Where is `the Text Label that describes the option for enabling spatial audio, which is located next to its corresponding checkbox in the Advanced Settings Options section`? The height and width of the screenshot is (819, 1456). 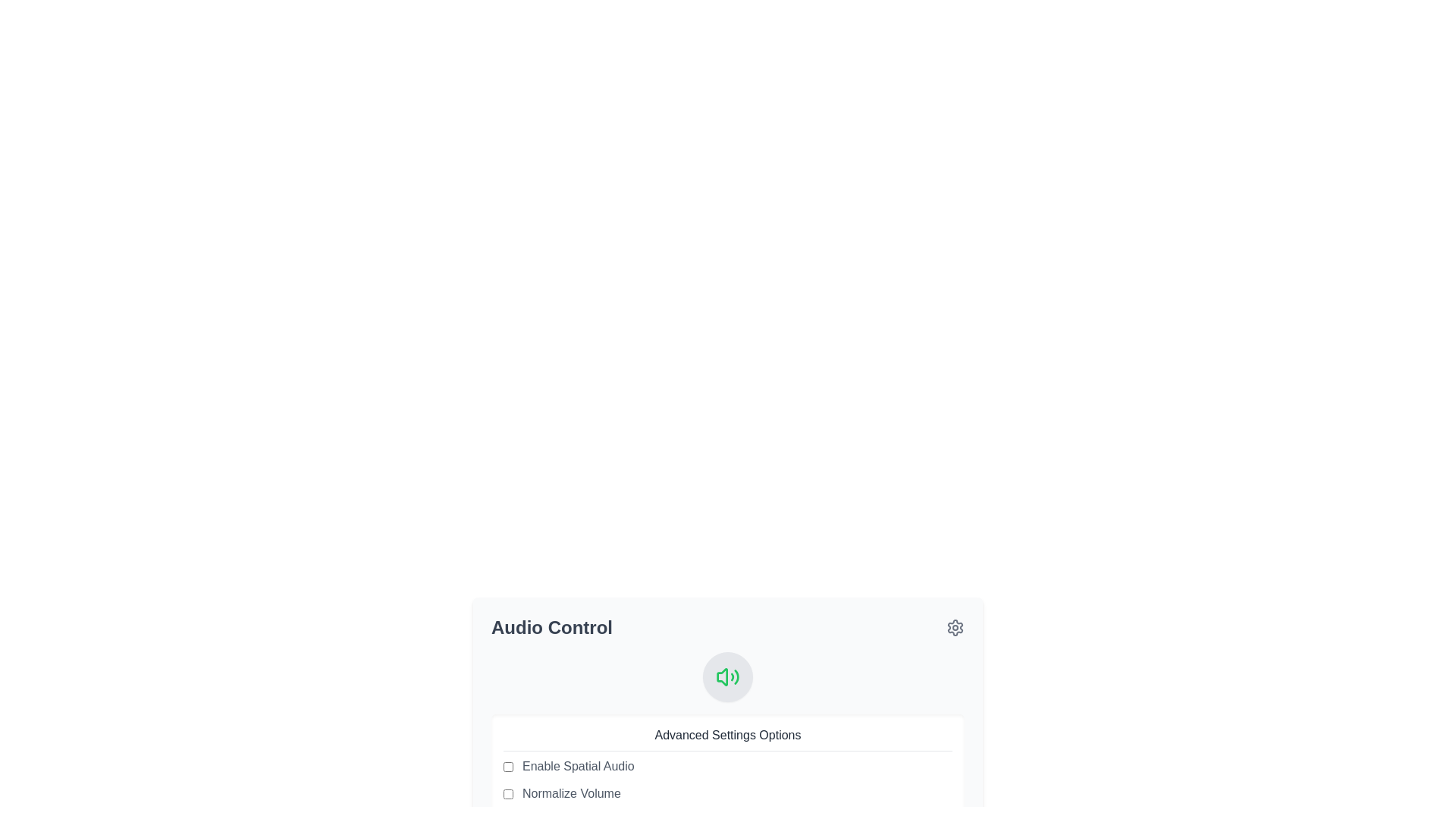
the Text Label that describes the option for enabling spatial audio, which is located next to its corresponding checkbox in the Advanced Settings Options section is located at coordinates (577, 766).